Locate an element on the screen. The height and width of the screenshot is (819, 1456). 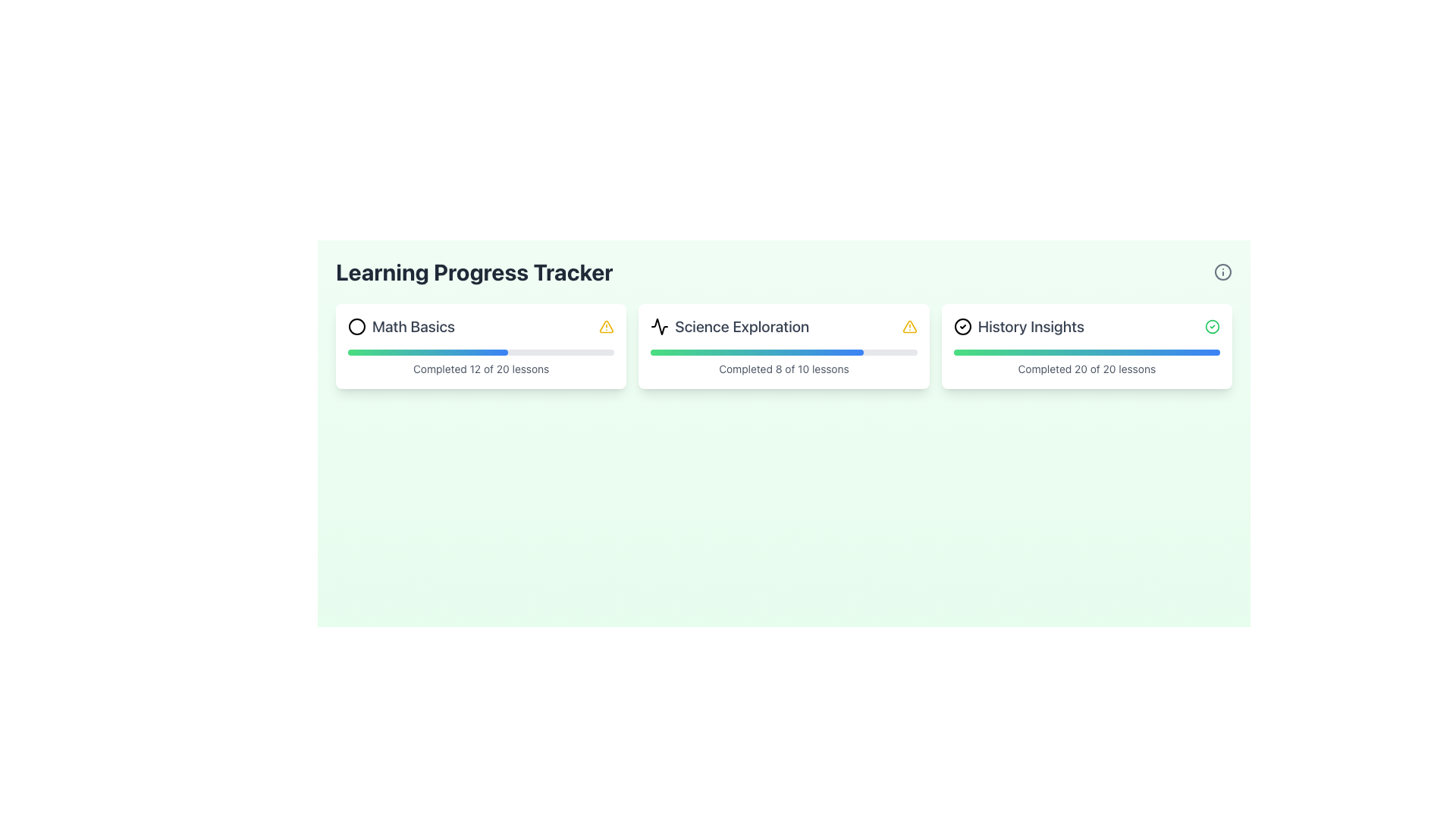
the Progress Bar located at the bottom of the 'History Insights' card, above the text 'Completed 20 of 20 lessons' is located at coordinates (1086, 353).